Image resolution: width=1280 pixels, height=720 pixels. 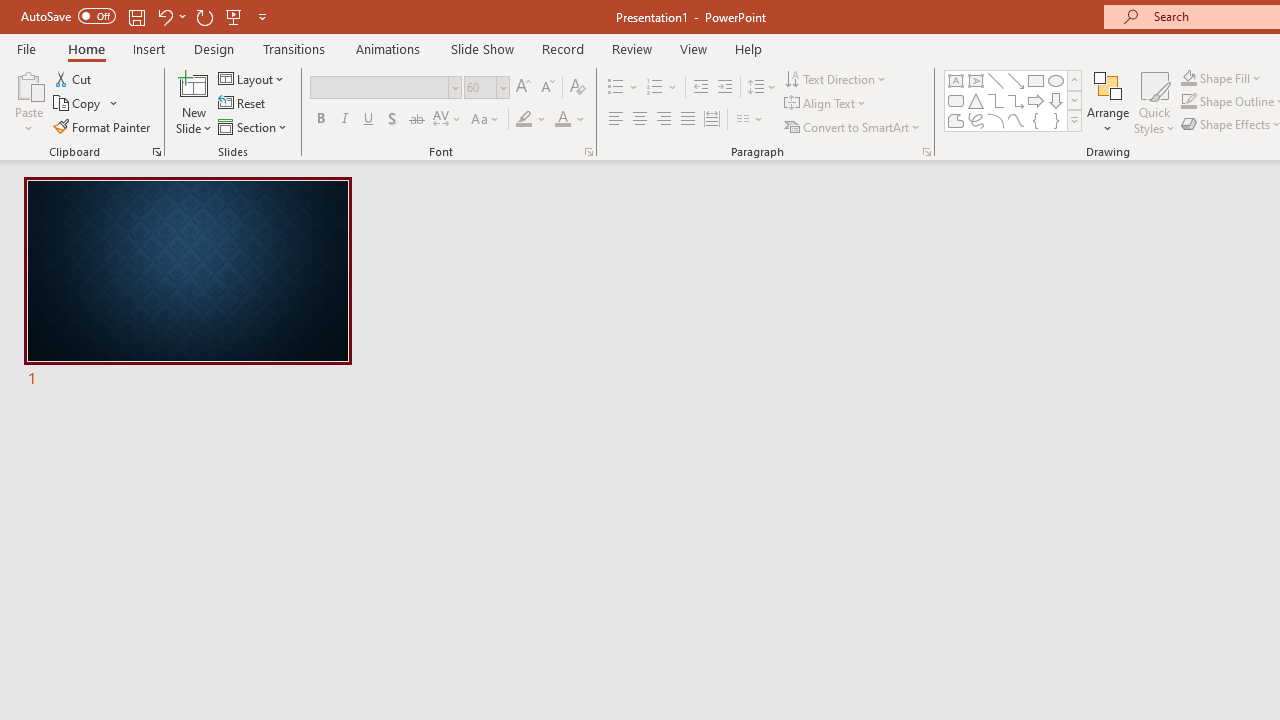 I want to click on 'Row up', so click(x=1073, y=79).